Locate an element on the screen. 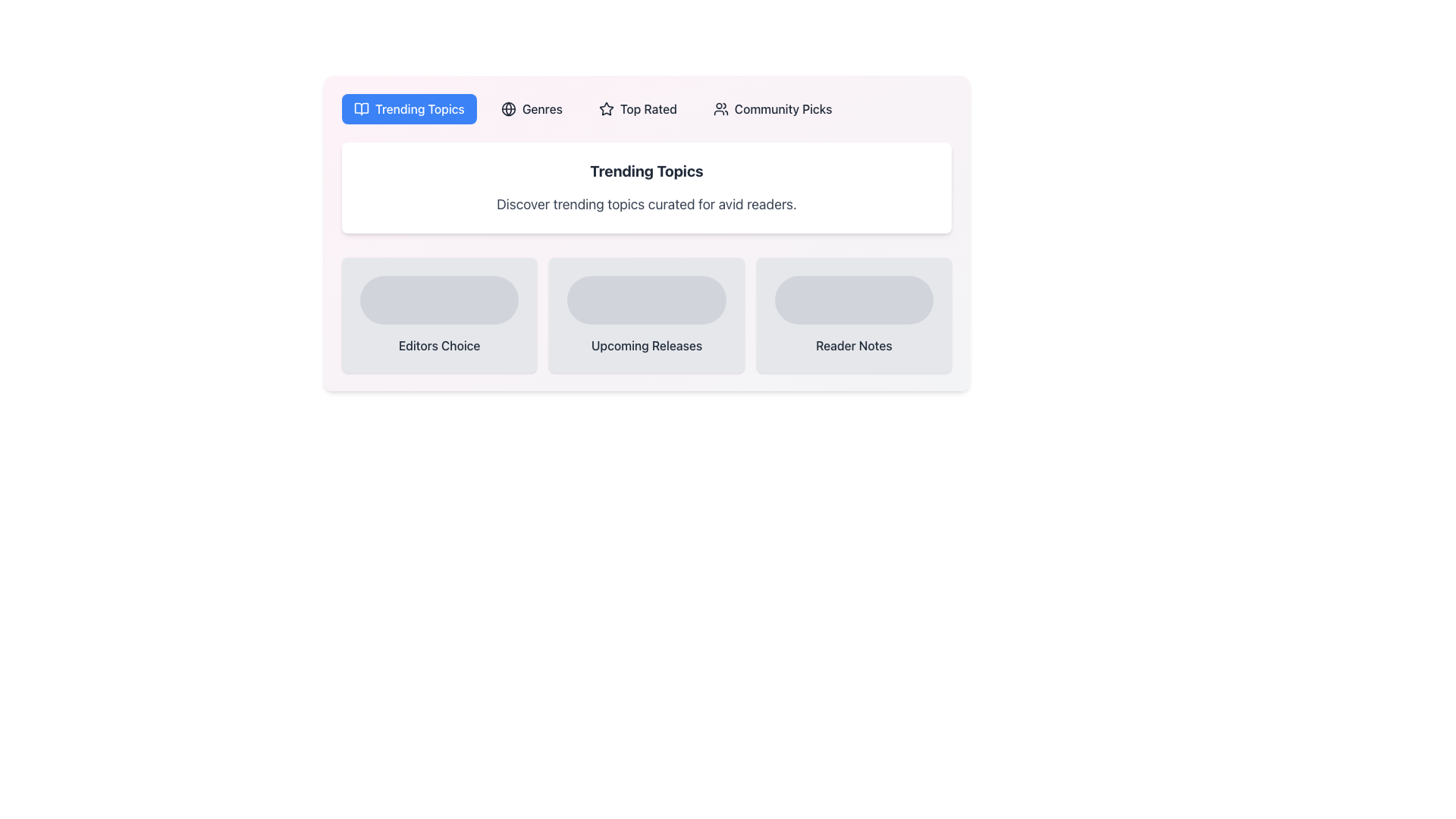 This screenshot has height=819, width=1456. the blue button labeled 'Trending Topics' with an open book icon is located at coordinates (409, 108).